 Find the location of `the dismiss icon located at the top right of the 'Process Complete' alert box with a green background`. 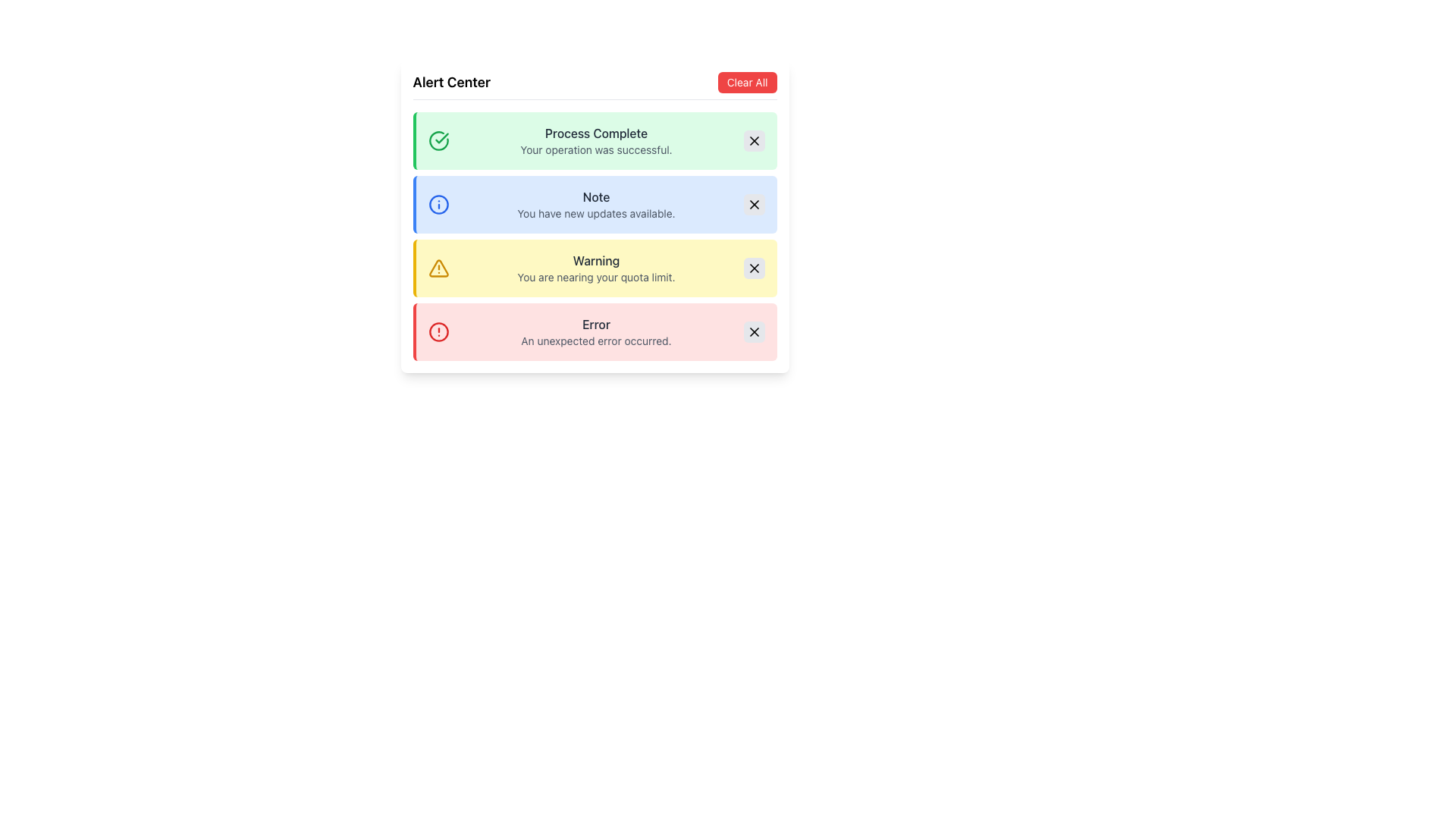

the dismiss icon located at the top right of the 'Process Complete' alert box with a green background is located at coordinates (754, 140).